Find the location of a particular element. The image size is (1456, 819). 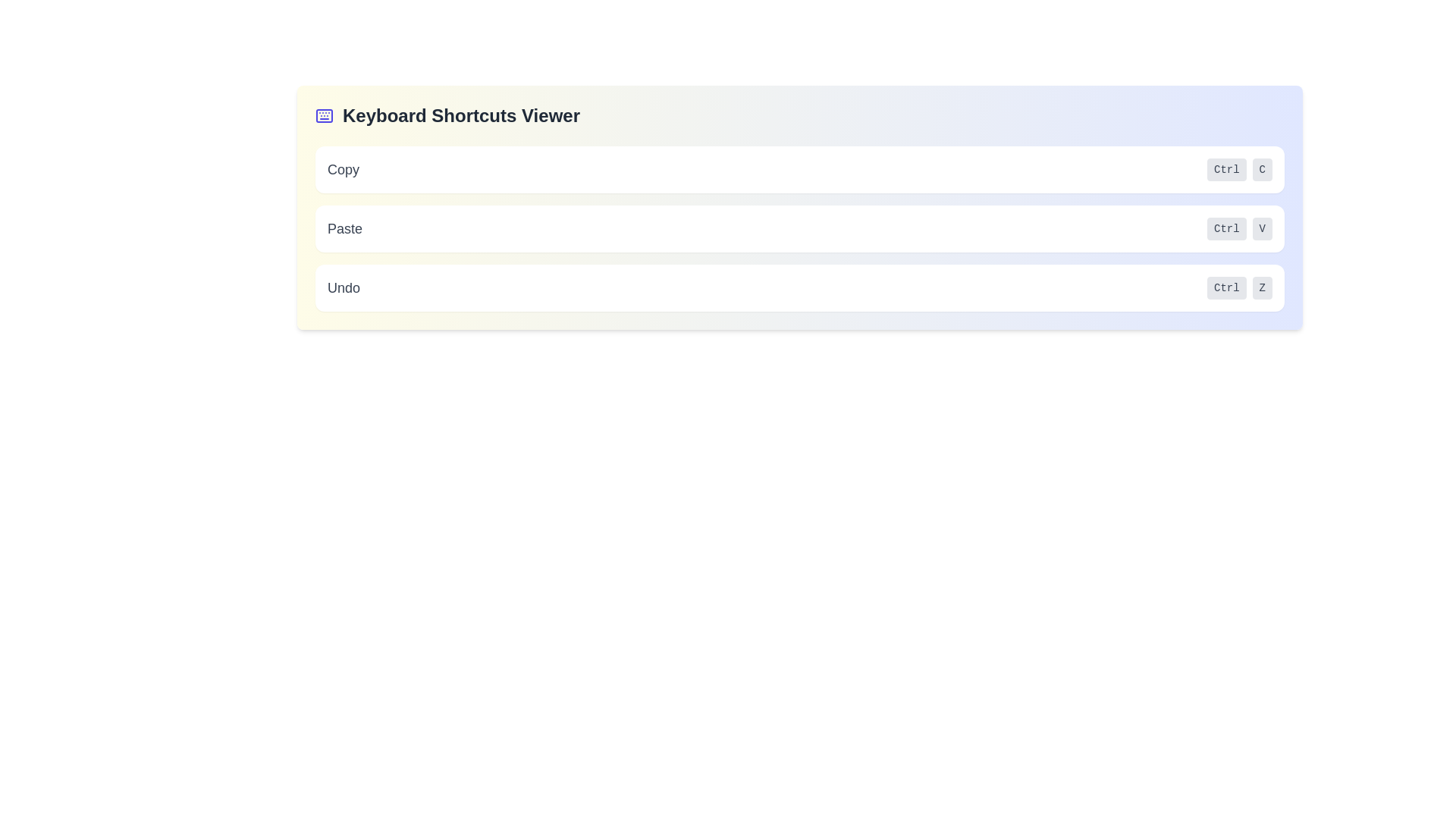

the indigo keyboard icon located at the top-left corner of the 'Keyboard Shortcuts Viewer' section, which is styled with a graphical outline is located at coordinates (323, 115).